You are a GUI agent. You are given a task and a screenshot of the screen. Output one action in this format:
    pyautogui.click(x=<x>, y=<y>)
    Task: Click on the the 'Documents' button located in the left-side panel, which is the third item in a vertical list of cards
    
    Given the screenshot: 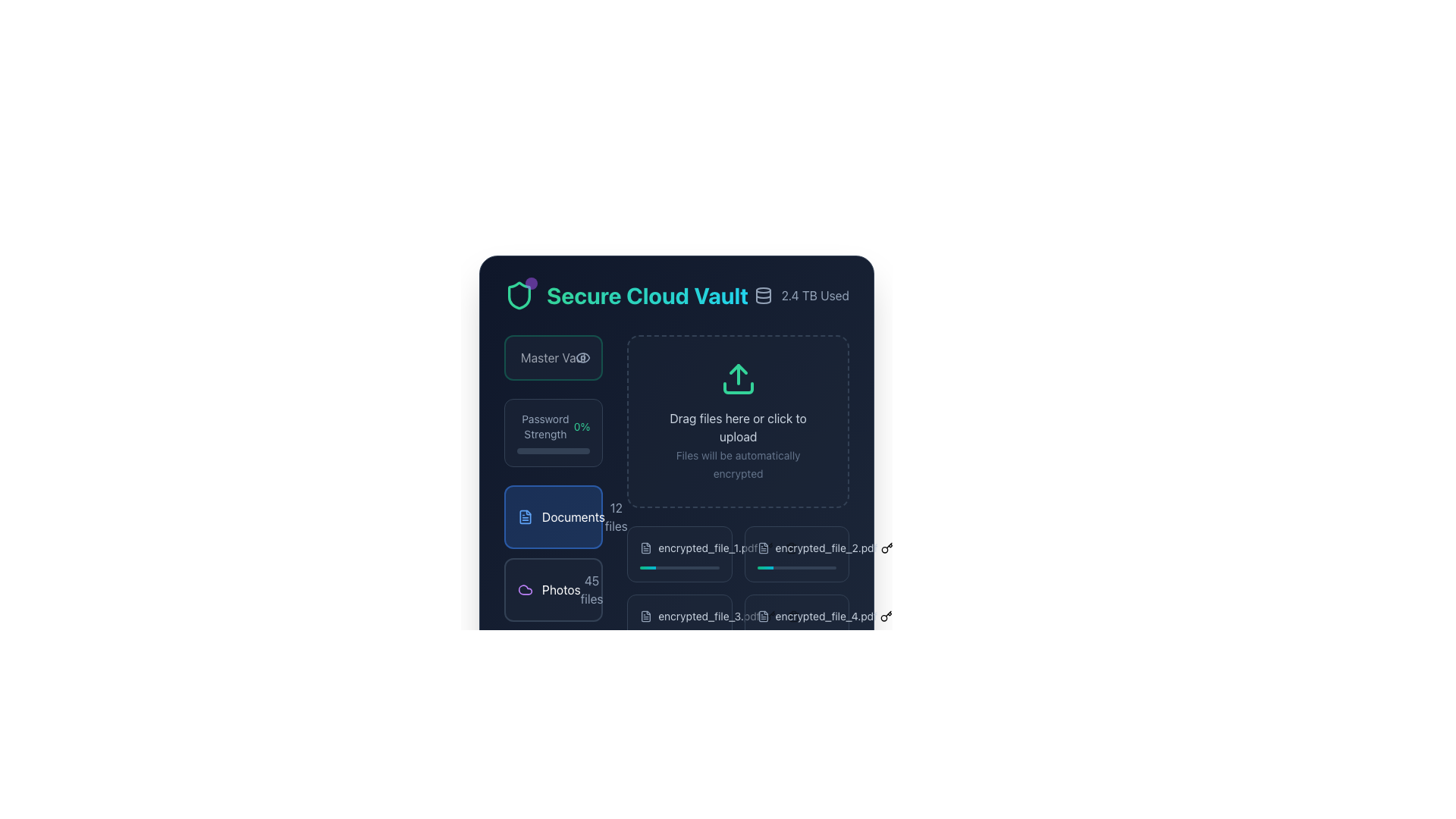 What is the action you would take?
    pyautogui.click(x=553, y=544)
    